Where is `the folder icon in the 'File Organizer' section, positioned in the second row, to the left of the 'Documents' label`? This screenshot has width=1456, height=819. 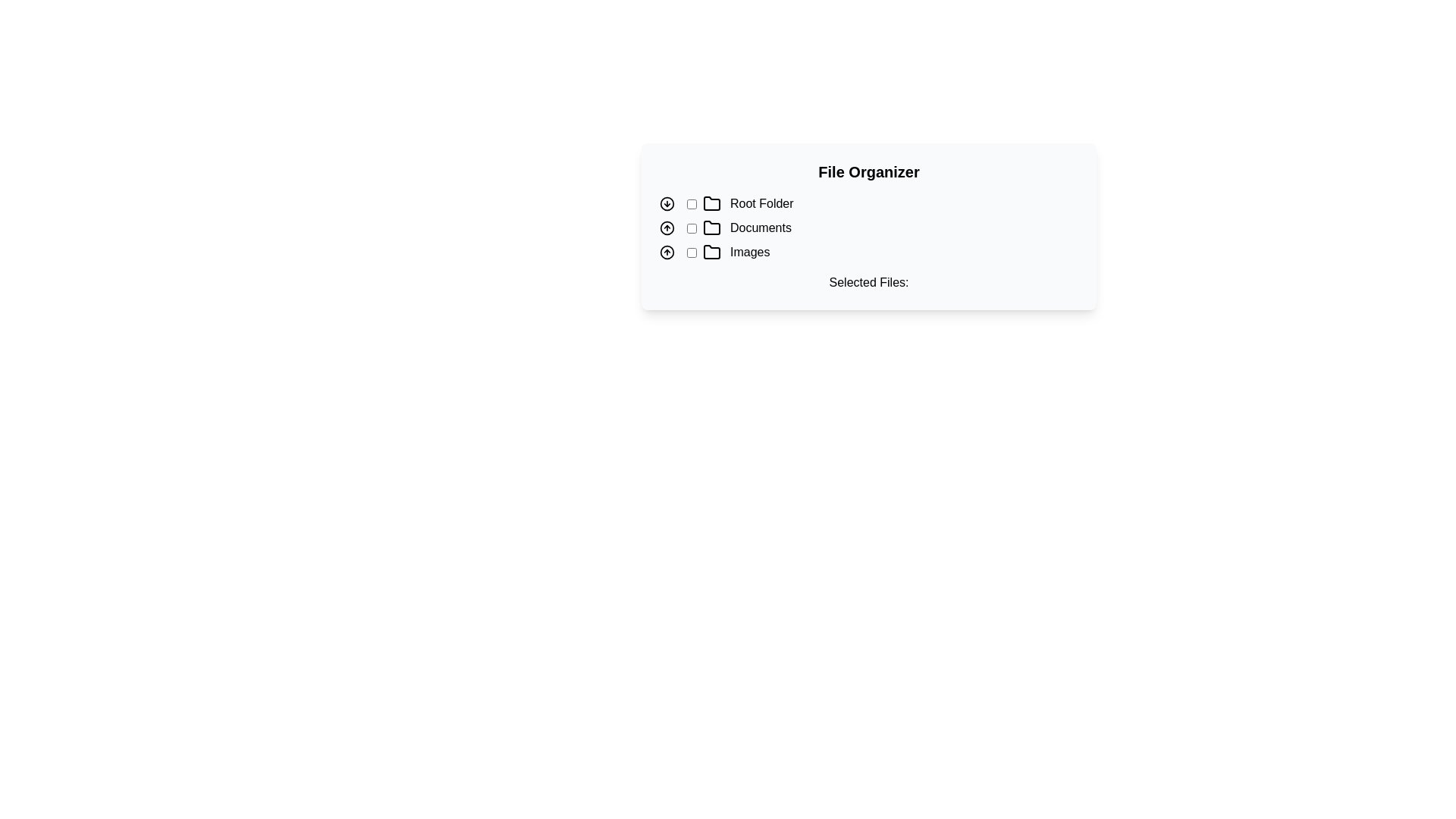
the folder icon in the 'File Organizer' section, positioned in the second row, to the left of the 'Documents' label is located at coordinates (711, 227).